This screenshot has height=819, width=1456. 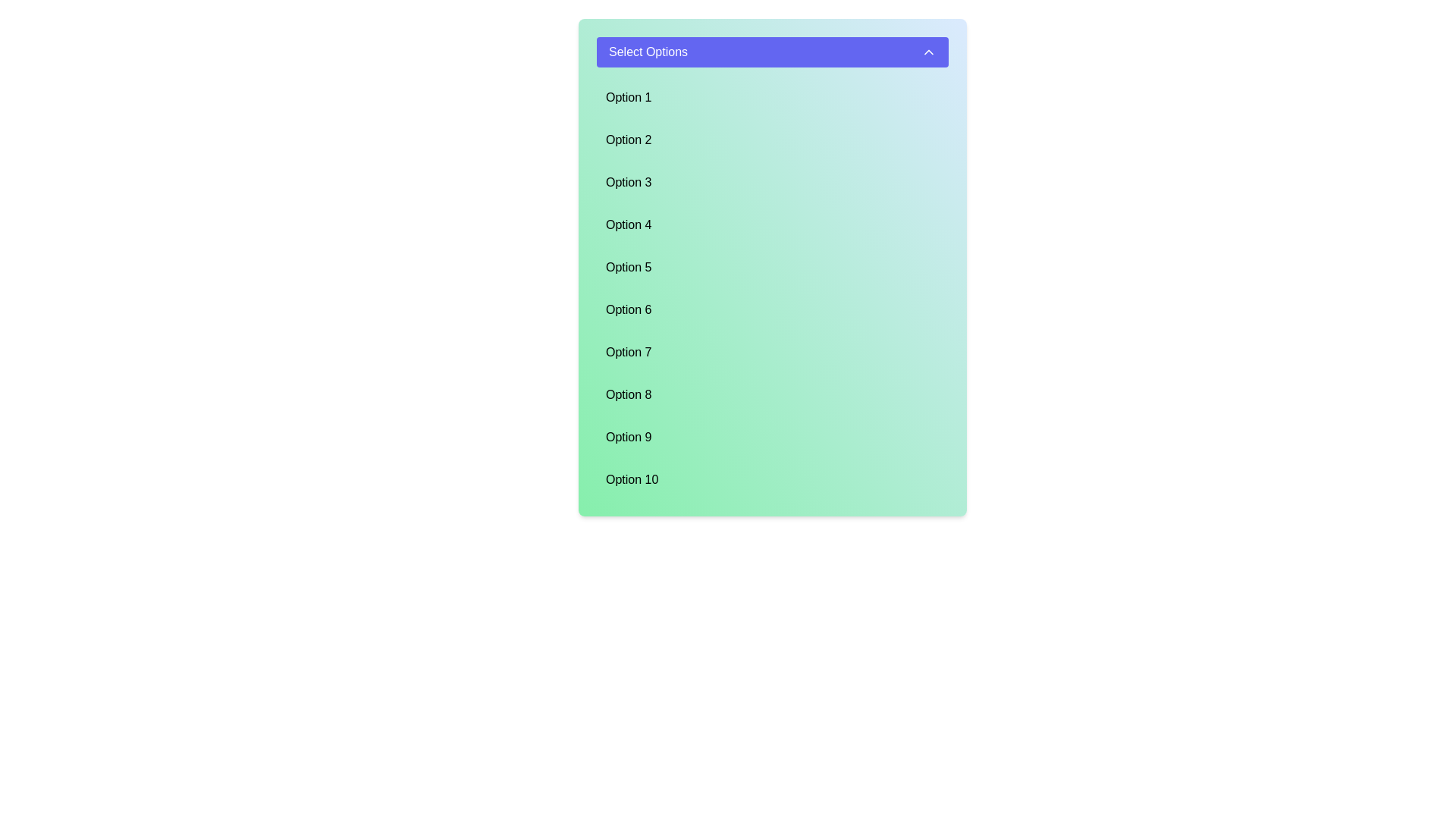 I want to click on the selectable list item labeled 'Option 4' with a light blue background, so click(x=772, y=225).